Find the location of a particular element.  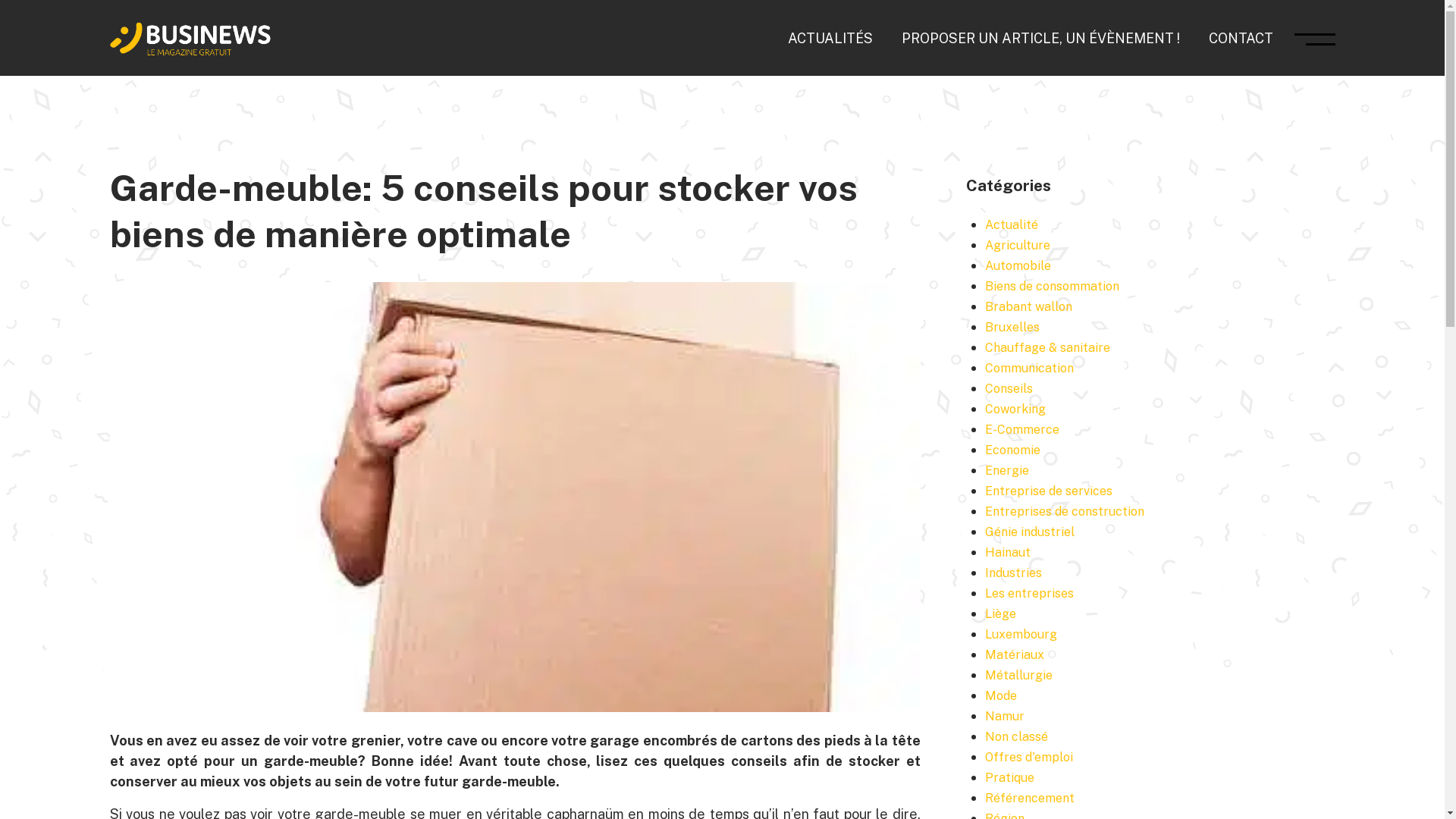

'Namur' is located at coordinates (985, 716).